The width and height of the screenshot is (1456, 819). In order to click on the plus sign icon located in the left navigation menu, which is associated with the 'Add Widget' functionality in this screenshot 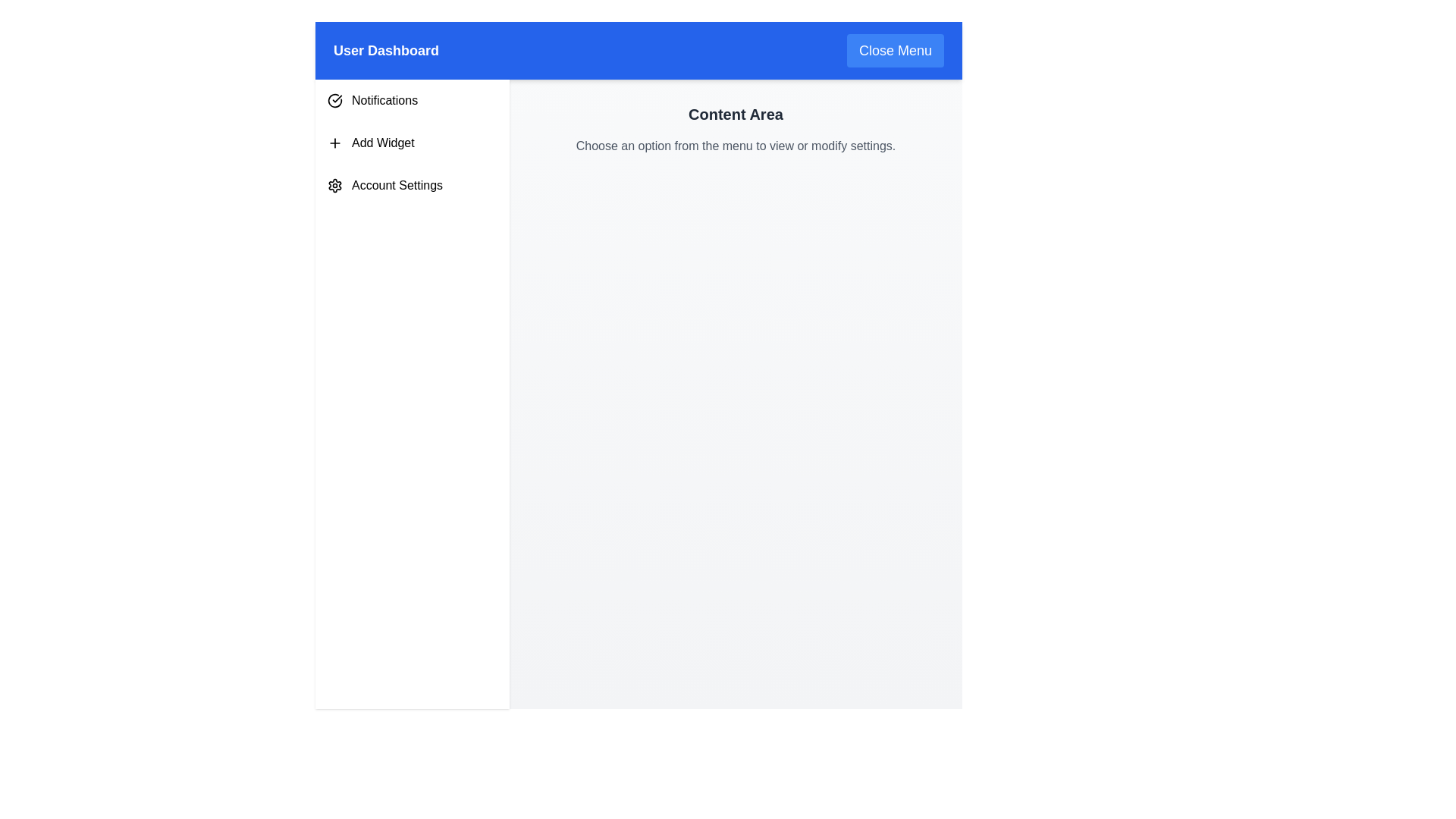, I will do `click(334, 143)`.